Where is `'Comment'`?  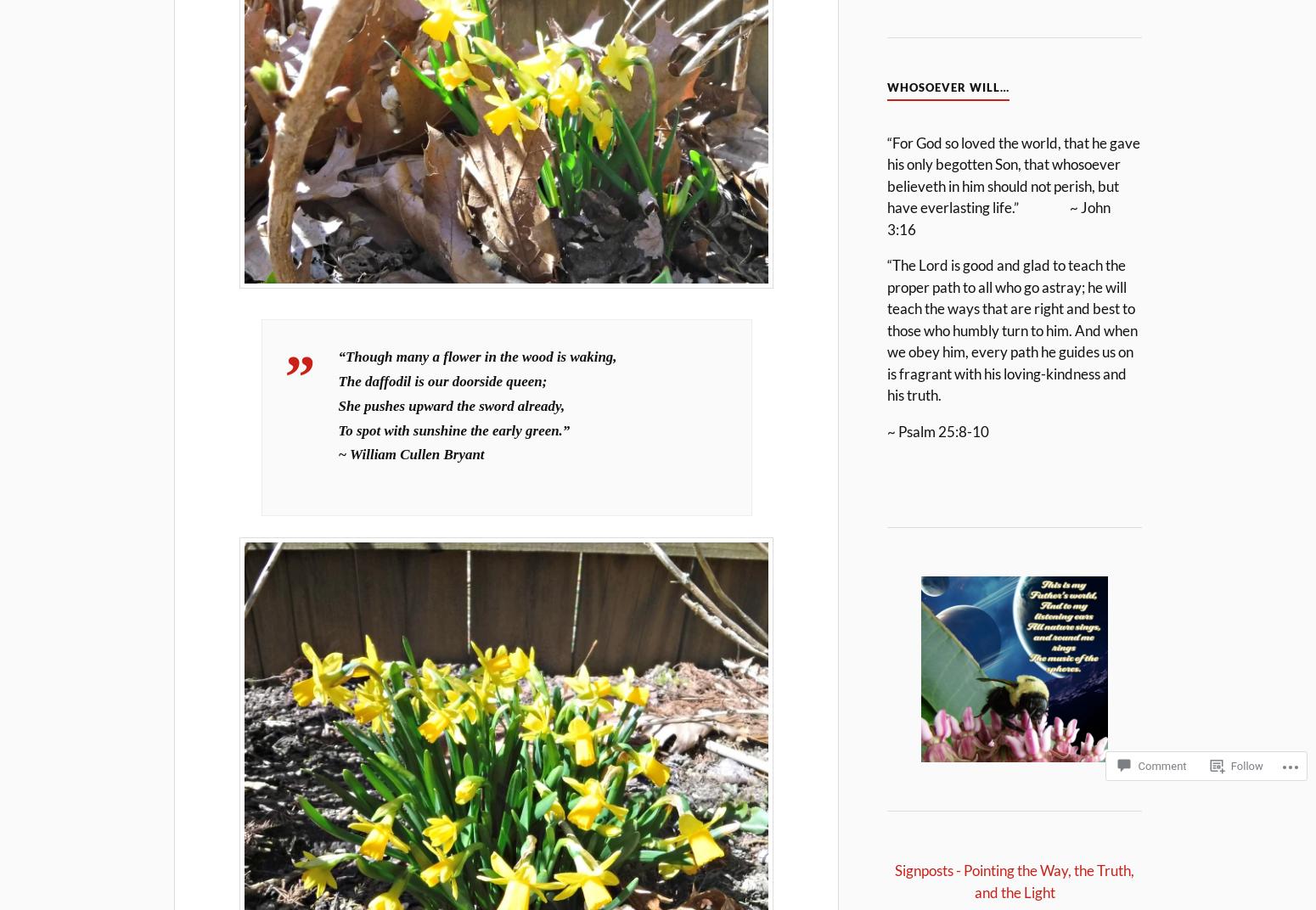
'Comment' is located at coordinates (1137, 764).